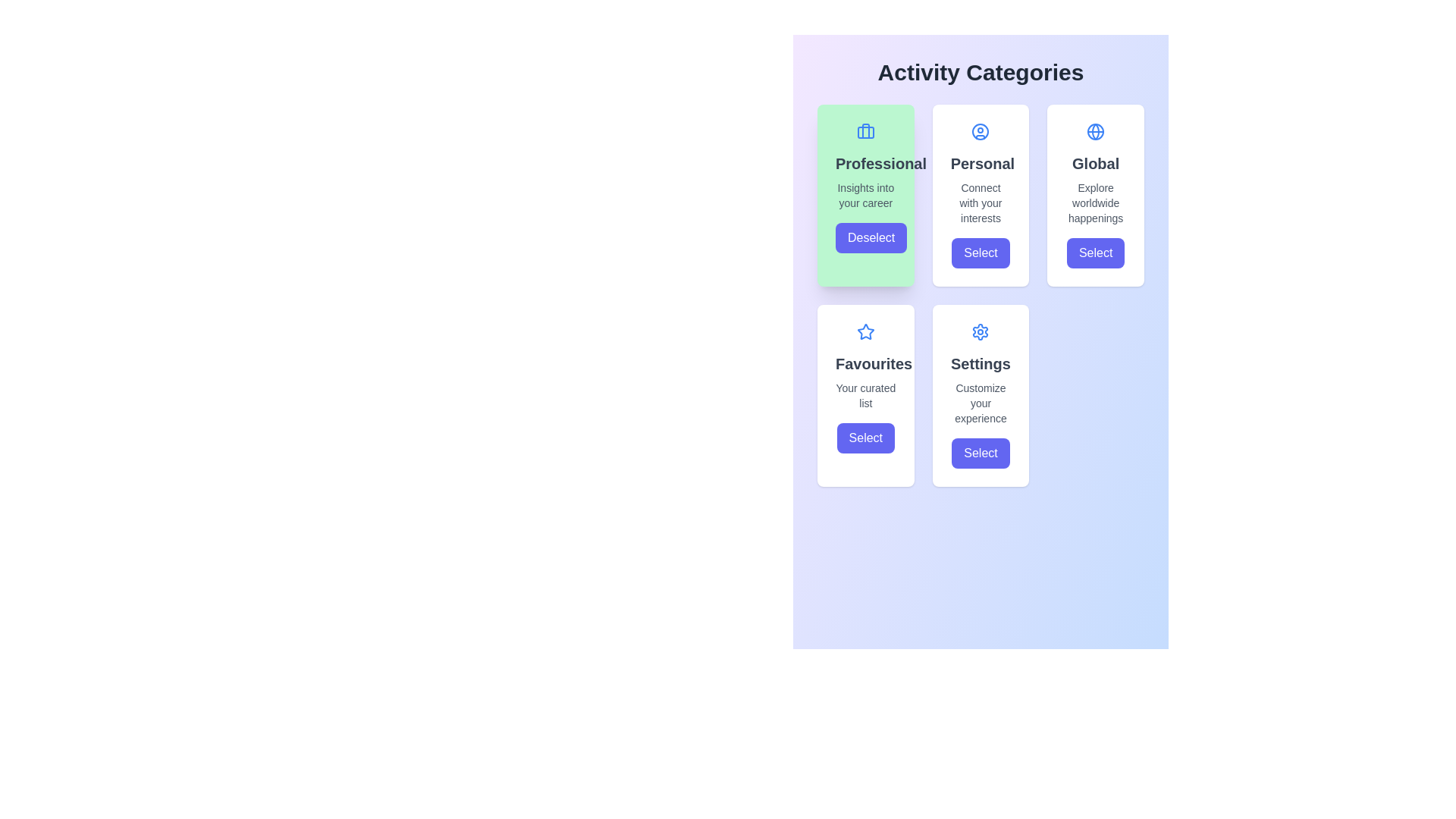  I want to click on the text label reading 'Explore worldwide happenings' that is styled in a gray, small font, located in the 'Global' category card, below the title 'Global' and above the 'Select' button, so click(1096, 202).